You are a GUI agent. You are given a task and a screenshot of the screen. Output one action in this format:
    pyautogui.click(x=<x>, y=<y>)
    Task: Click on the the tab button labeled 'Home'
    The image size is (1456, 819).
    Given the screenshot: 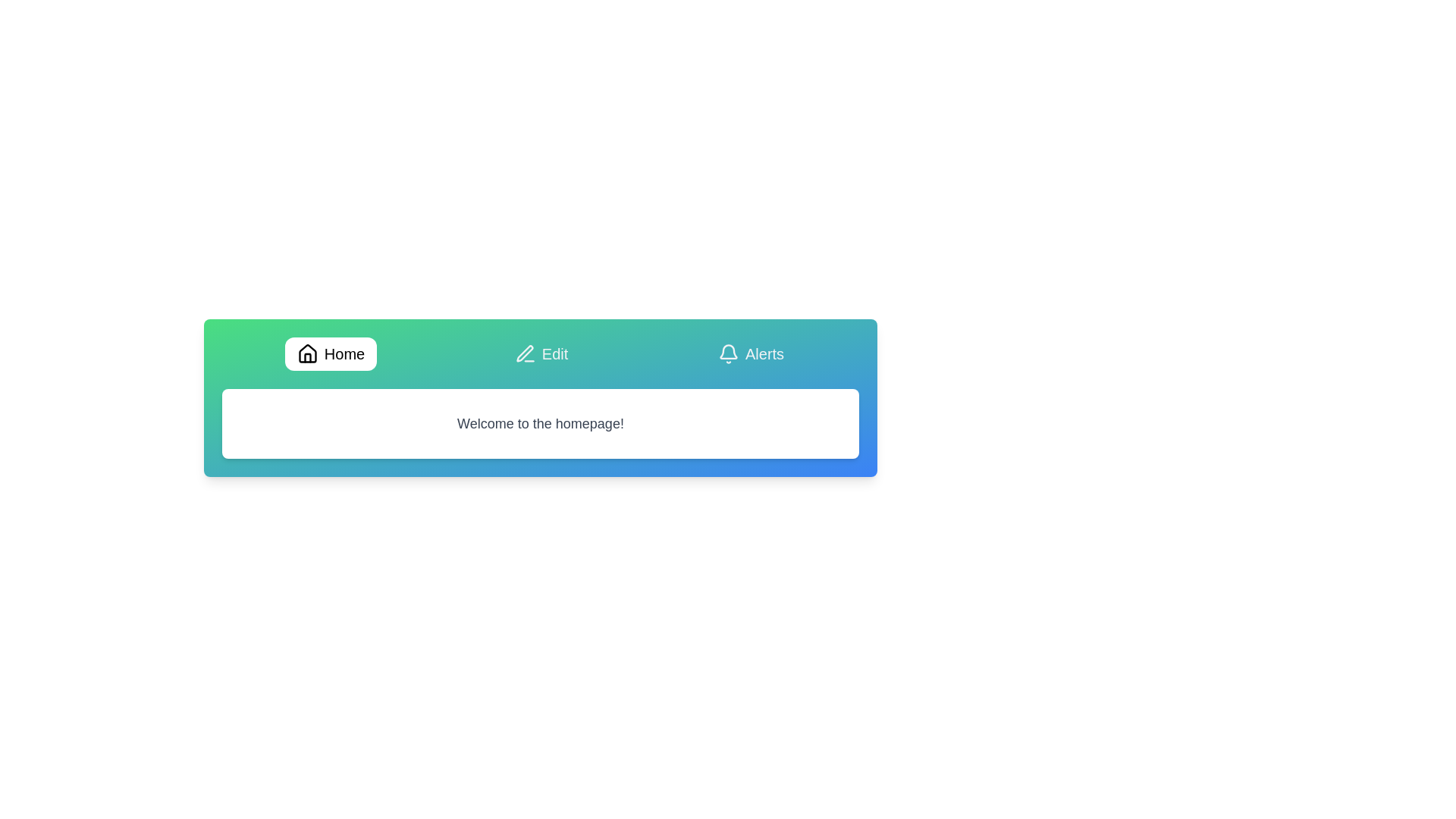 What is the action you would take?
    pyautogui.click(x=330, y=353)
    